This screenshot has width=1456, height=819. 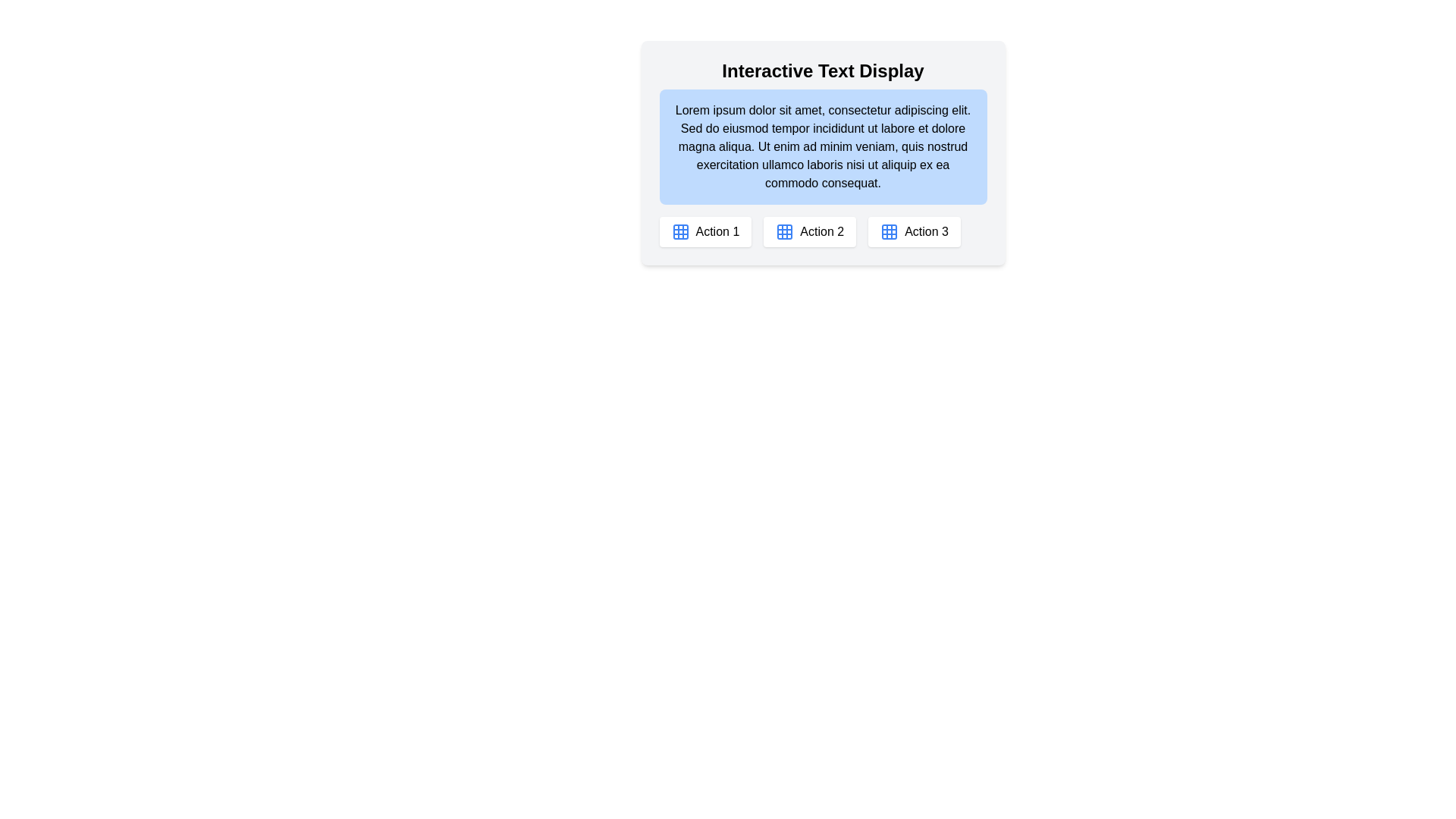 I want to click on the descriptive heading element that serves as a title for its content, located above a blue-text-filled box and action buttons, so click(x=822, y=71).